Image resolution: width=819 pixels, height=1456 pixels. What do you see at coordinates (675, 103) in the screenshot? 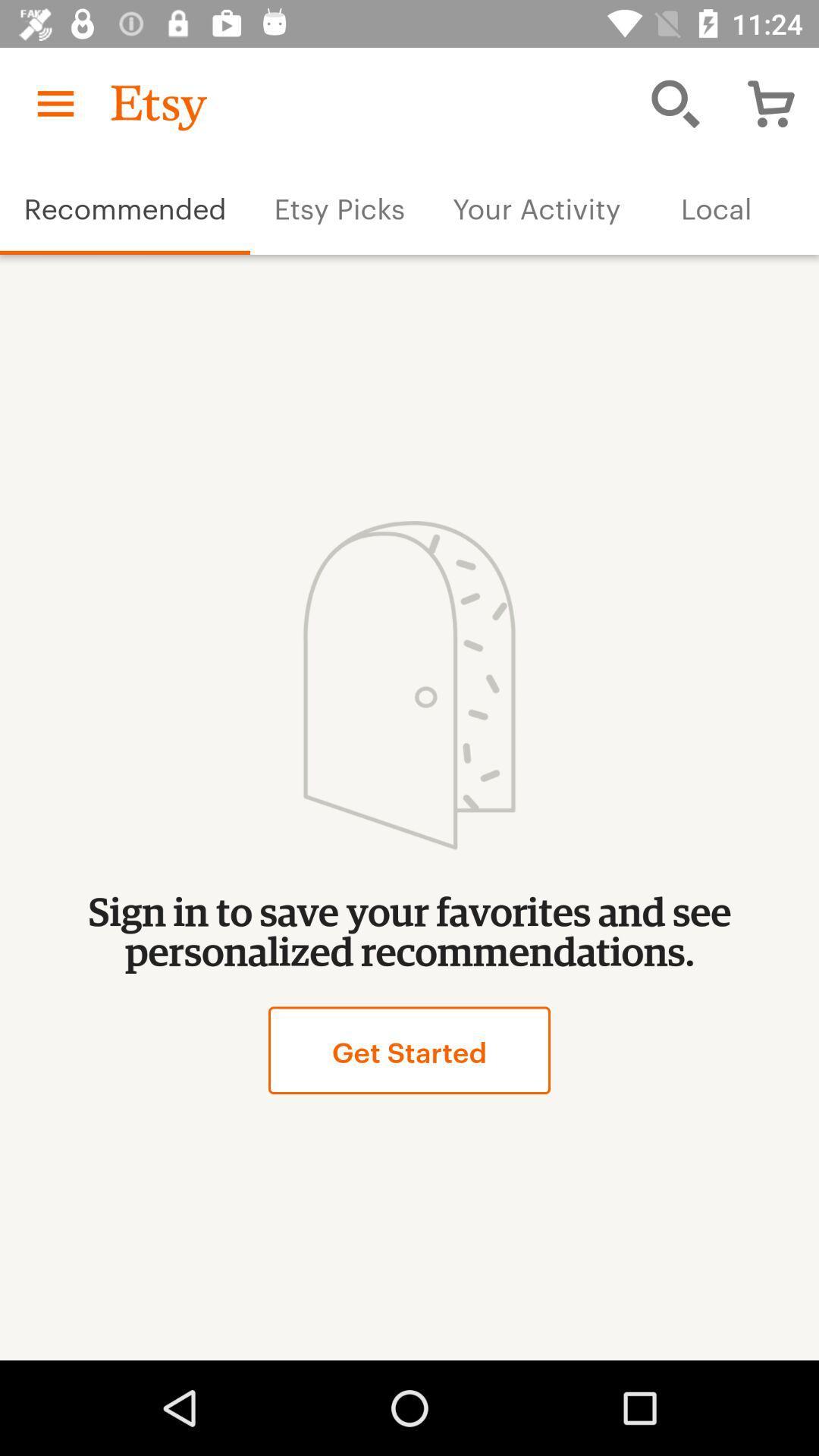
I see `the search icon` at bounding box center [675, 103].